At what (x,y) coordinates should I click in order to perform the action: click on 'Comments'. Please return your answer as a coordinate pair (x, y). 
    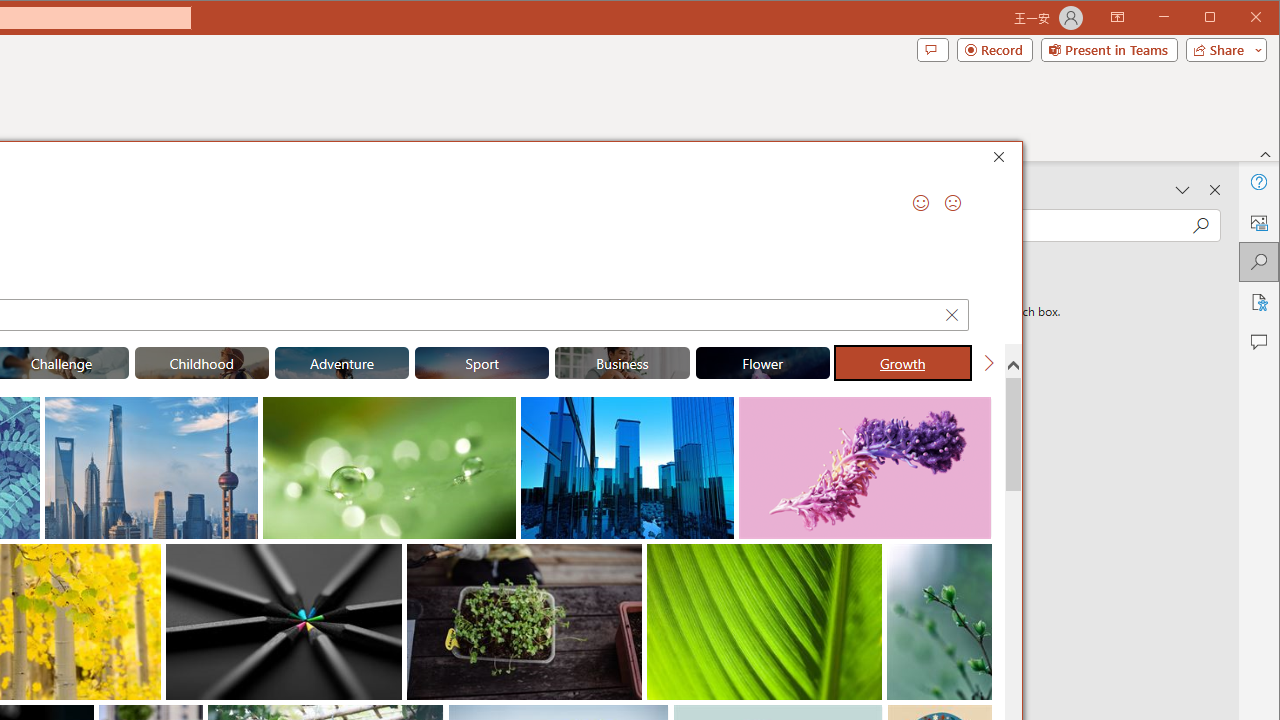
    Looking at the image, I should click on (931, 49).